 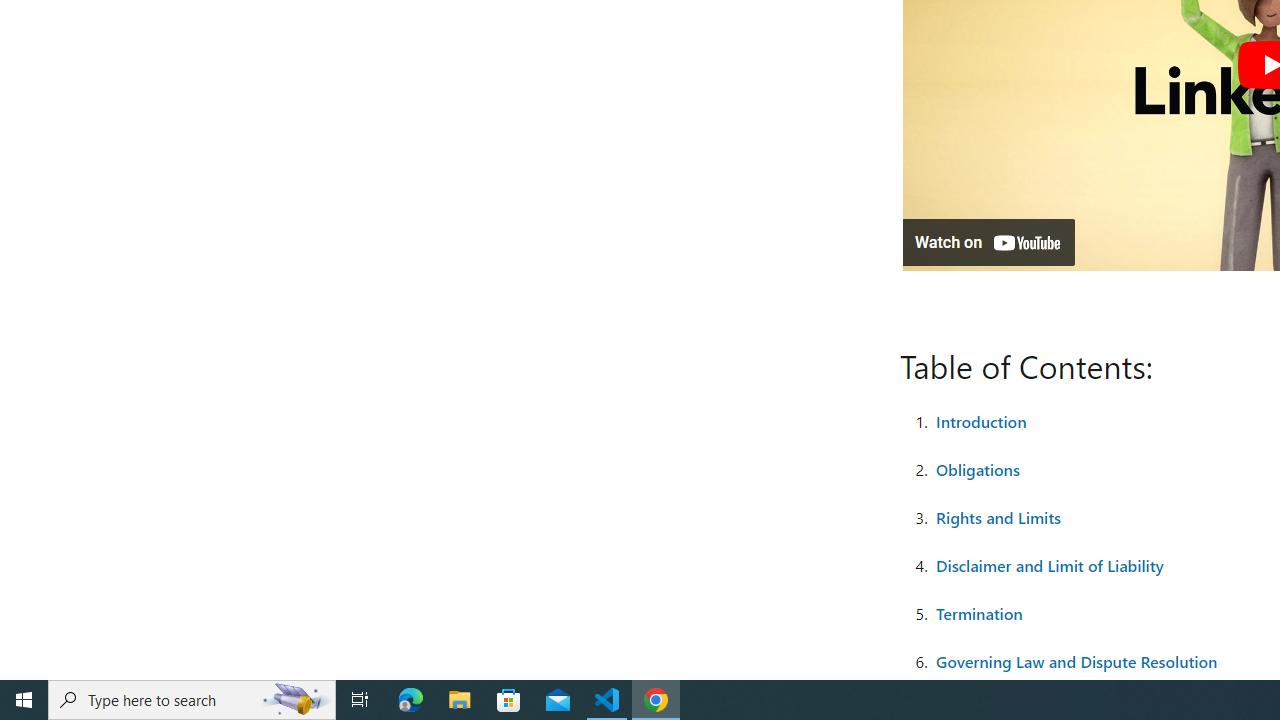 I want to click on 'Obligations', so click(x=977, y=469).